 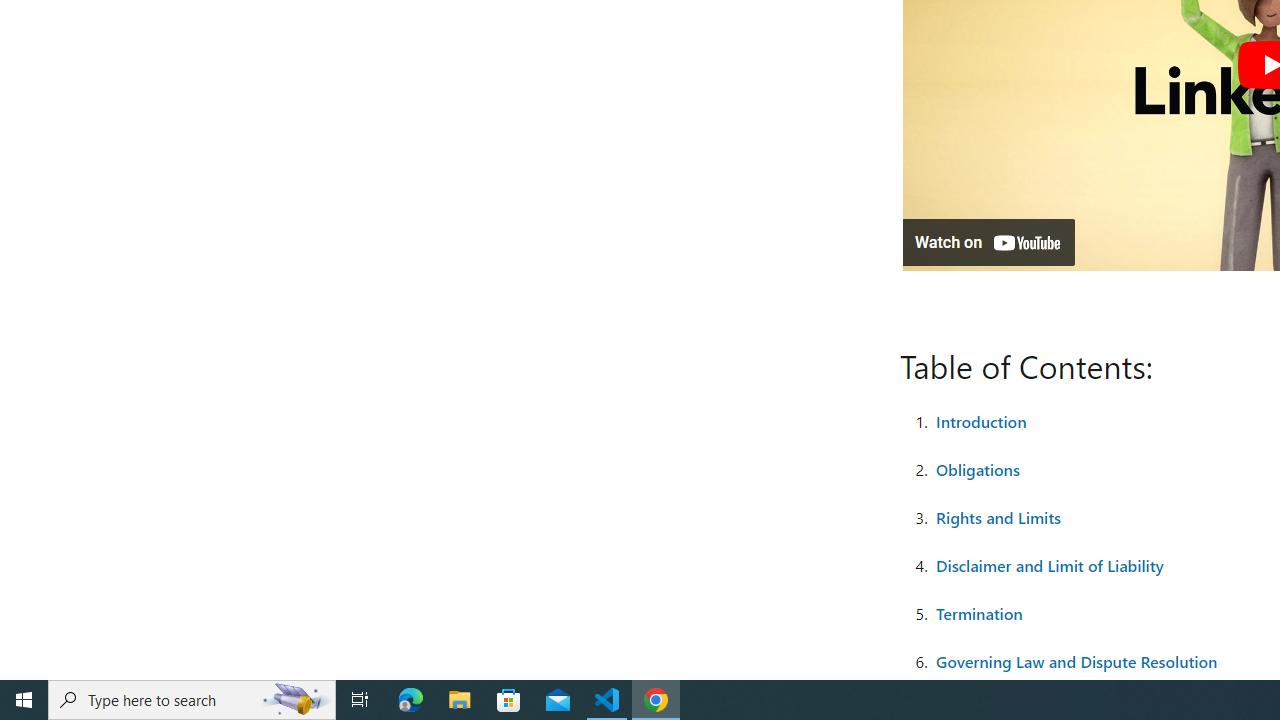 I want to click on 'Obligations', so click(x=977, y=469).